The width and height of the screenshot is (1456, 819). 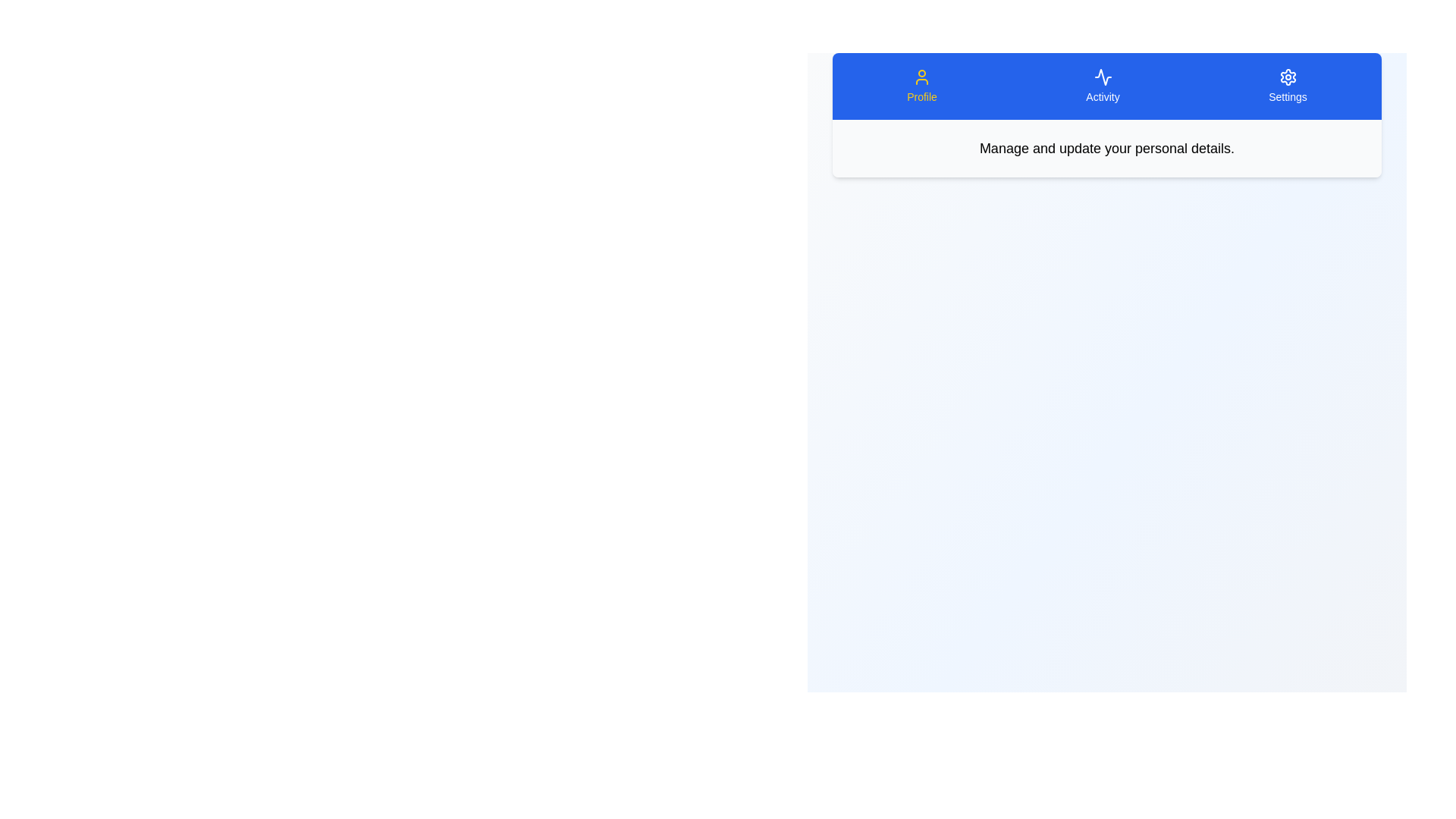 I want to click on the tab labeled Activity, so click(x=1103, y=86).